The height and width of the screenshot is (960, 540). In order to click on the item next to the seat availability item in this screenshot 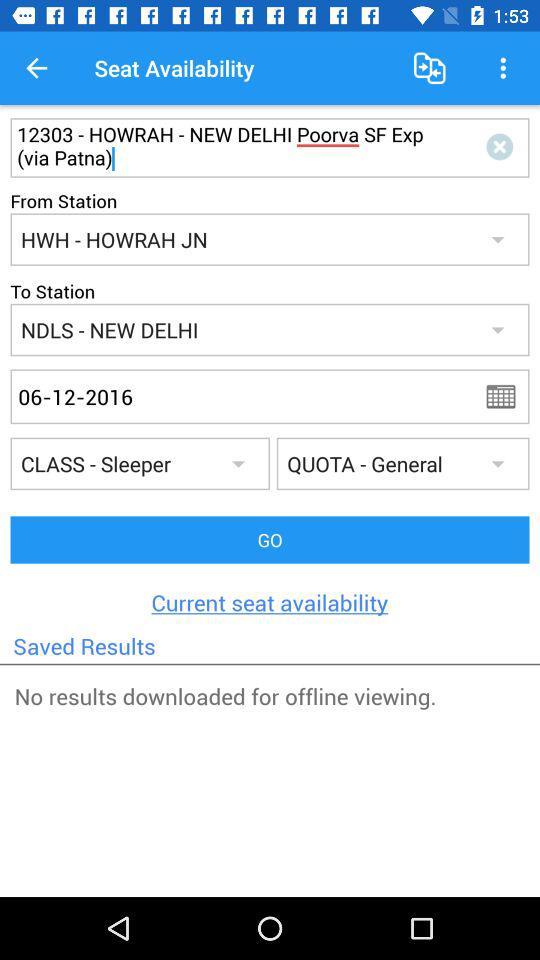, I will do `click(428, 68)`.